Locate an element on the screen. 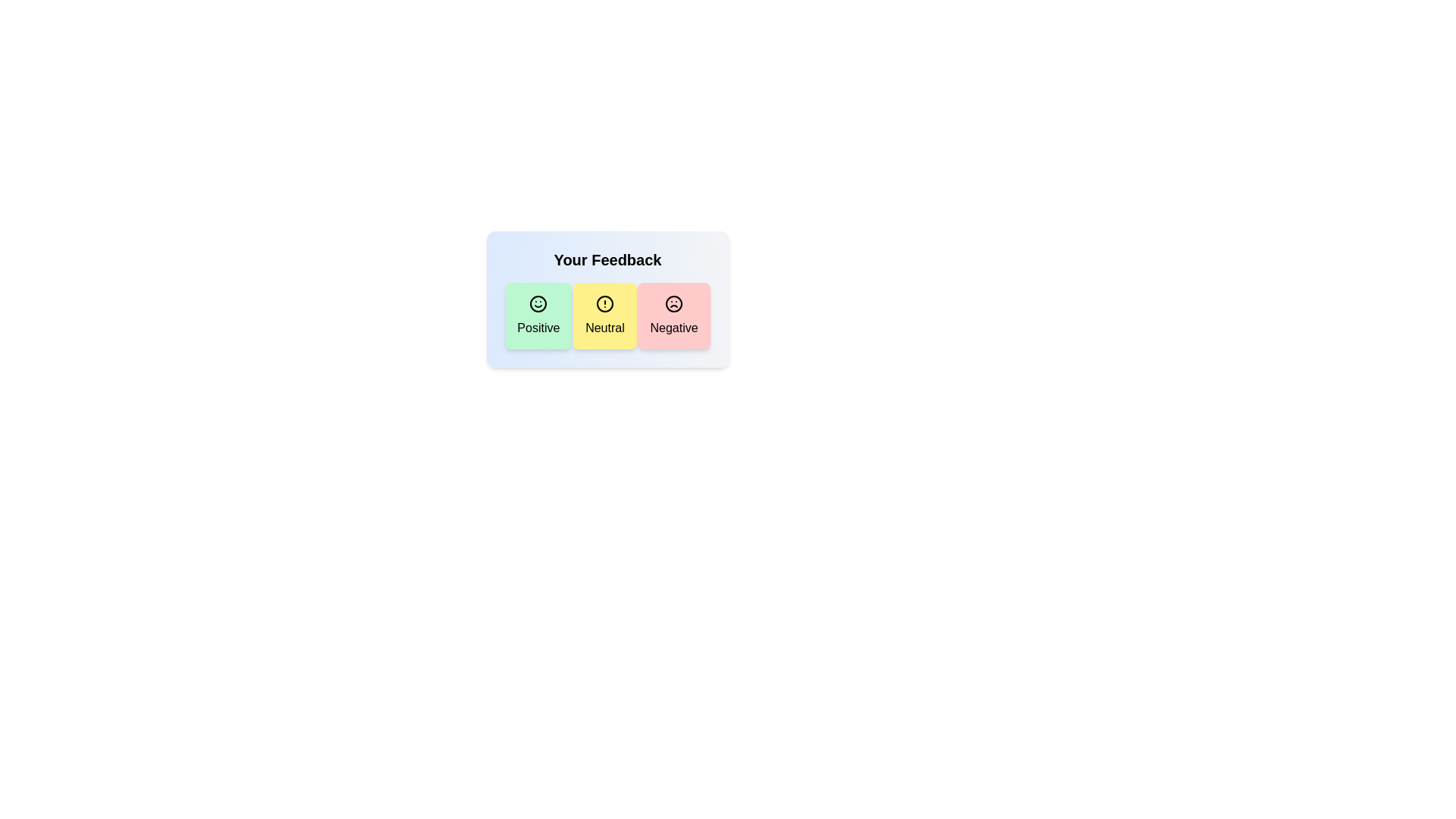 The width and height of the screenshot is (1456, 819). the leftmost button with a soft green background and a smiley face icon labeled 'Positive' is located at coordinates (538, 315).